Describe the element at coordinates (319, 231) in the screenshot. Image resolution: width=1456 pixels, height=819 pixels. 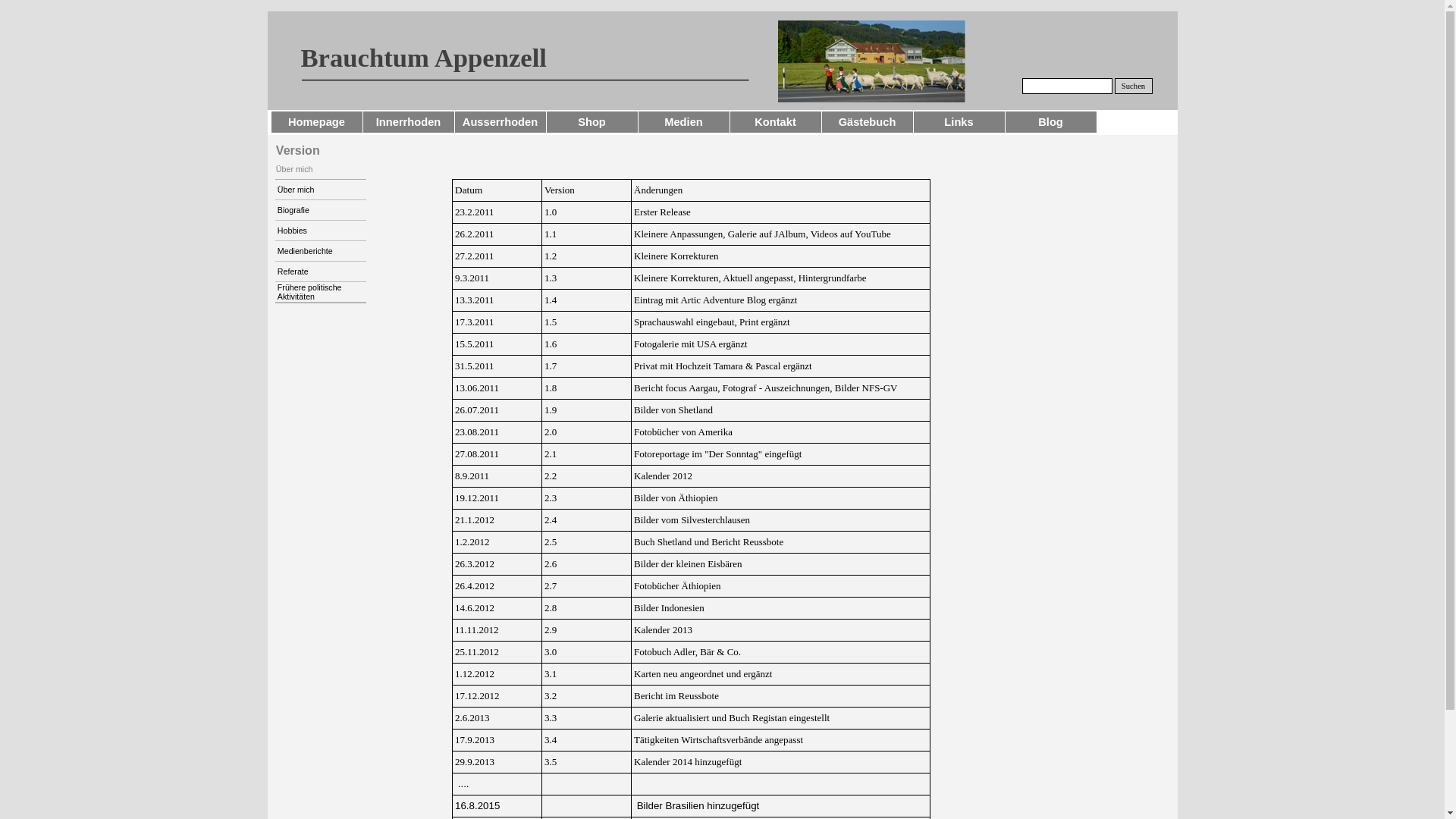
I see `'Hobbies'` at that location.